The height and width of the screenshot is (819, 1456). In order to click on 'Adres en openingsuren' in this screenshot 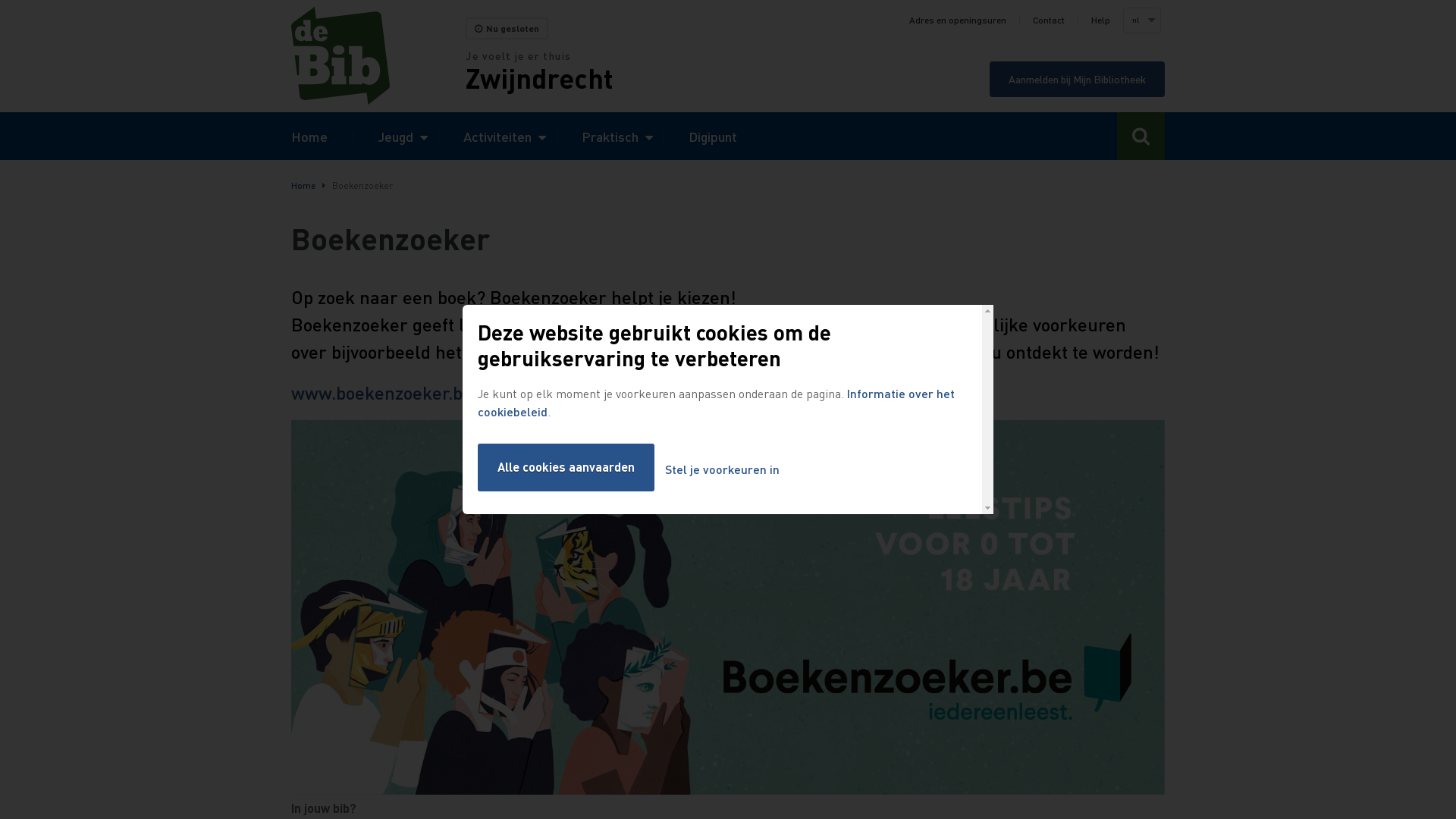, I will do `click(909, 20)`.